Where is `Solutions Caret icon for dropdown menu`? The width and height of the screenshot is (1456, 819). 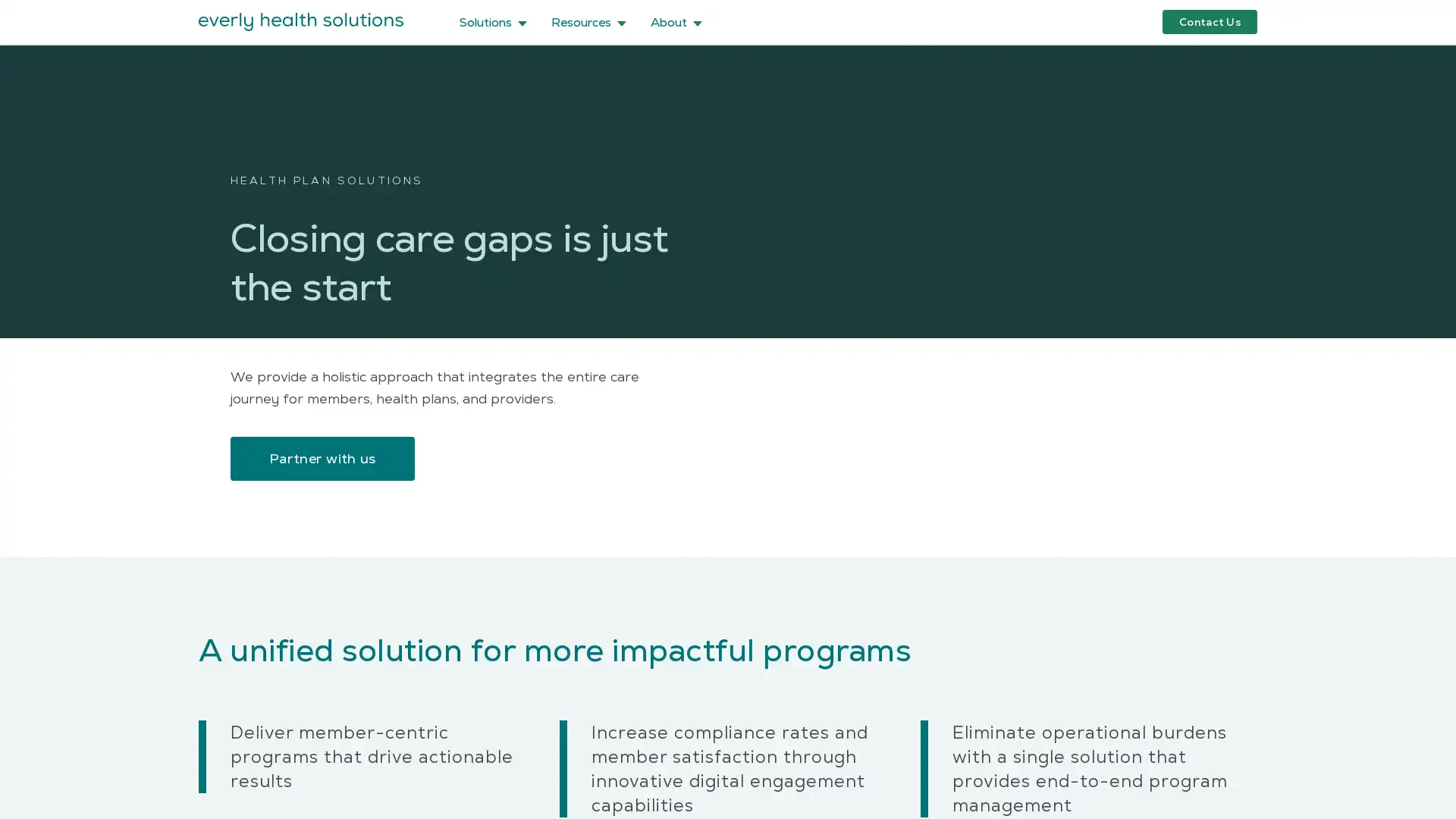 Solutions Caret icon for dropdown menu is located at coordinates (493, 21).